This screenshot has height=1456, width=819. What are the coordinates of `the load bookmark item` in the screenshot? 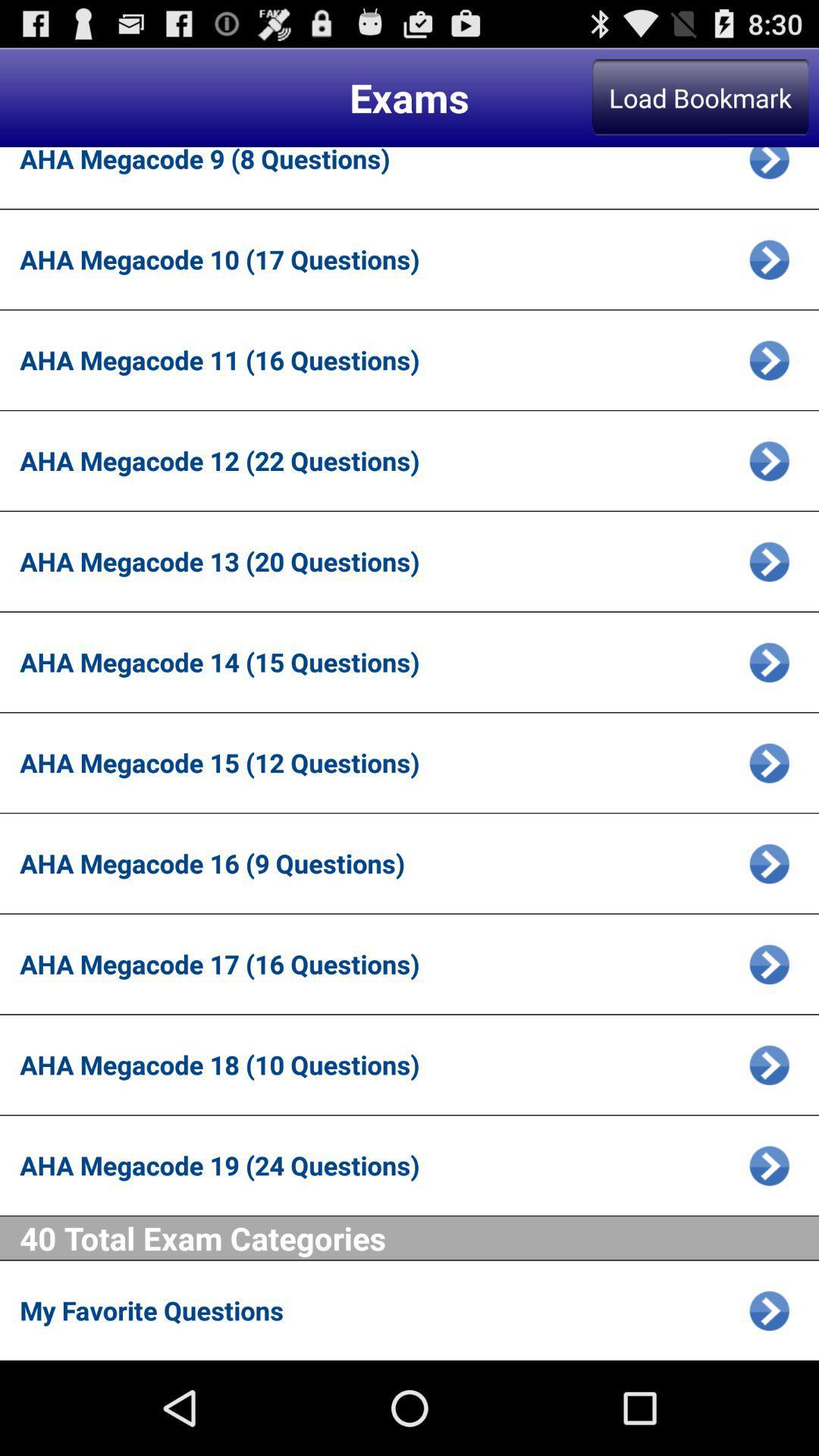 It's located at (700, 96).